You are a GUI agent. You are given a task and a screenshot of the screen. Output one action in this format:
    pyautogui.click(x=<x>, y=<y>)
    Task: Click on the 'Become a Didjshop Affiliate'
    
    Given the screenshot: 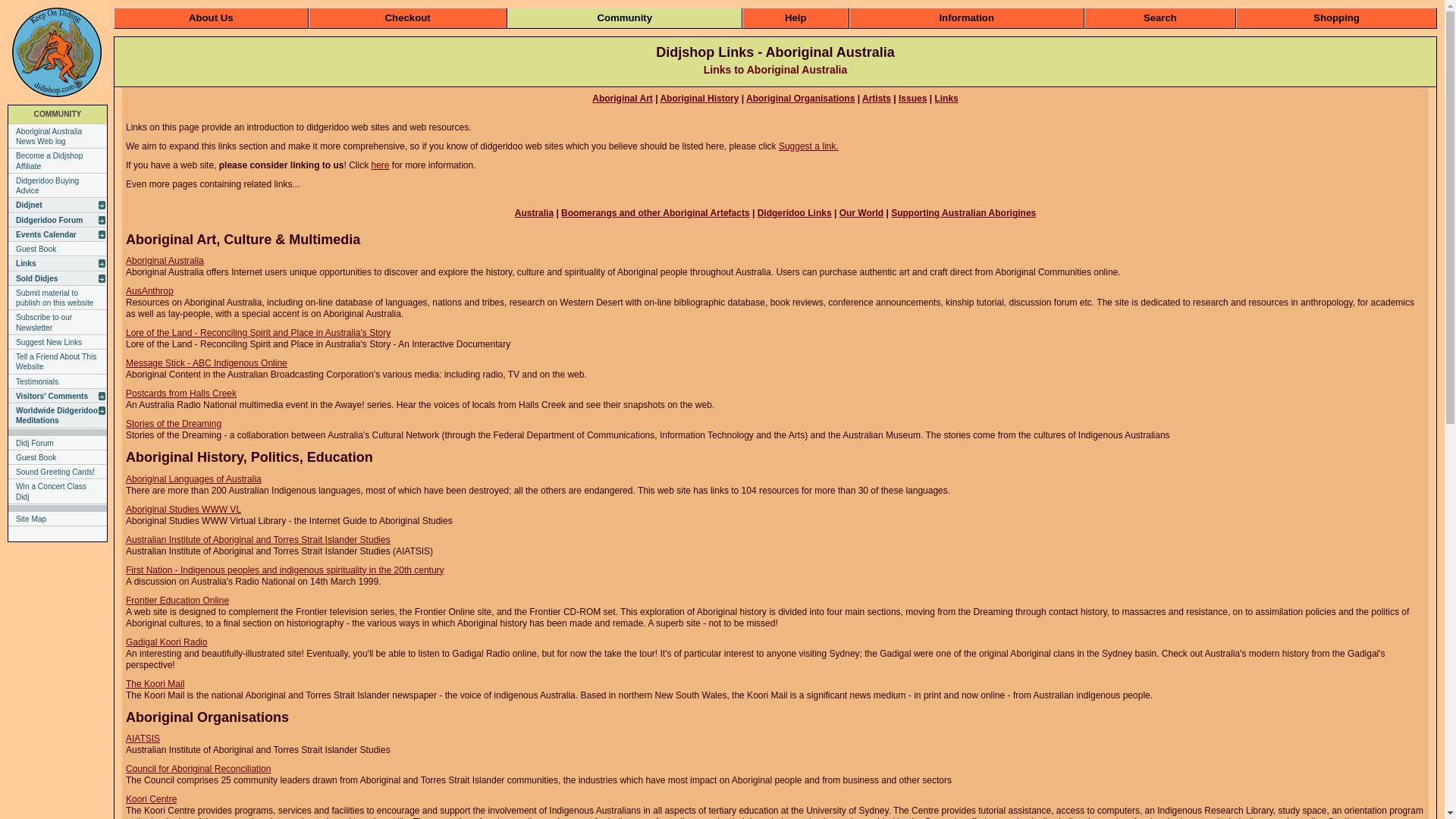 What is the action you would take?
    pyautogui.click(x=58, y=161)
    